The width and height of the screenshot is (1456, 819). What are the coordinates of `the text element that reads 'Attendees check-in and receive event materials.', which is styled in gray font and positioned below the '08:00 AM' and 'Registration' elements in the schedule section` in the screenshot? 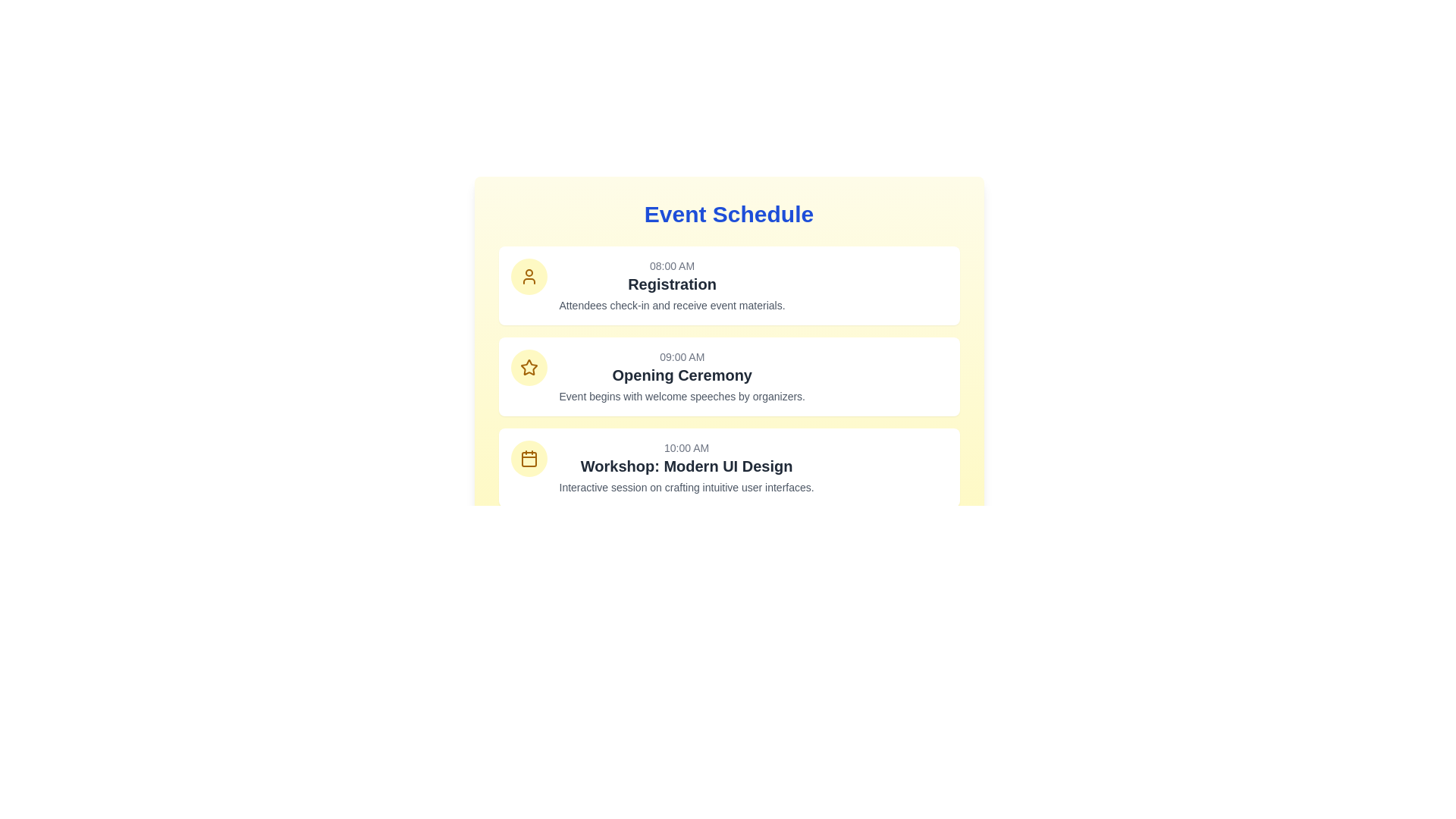 It's located at (671, 305).